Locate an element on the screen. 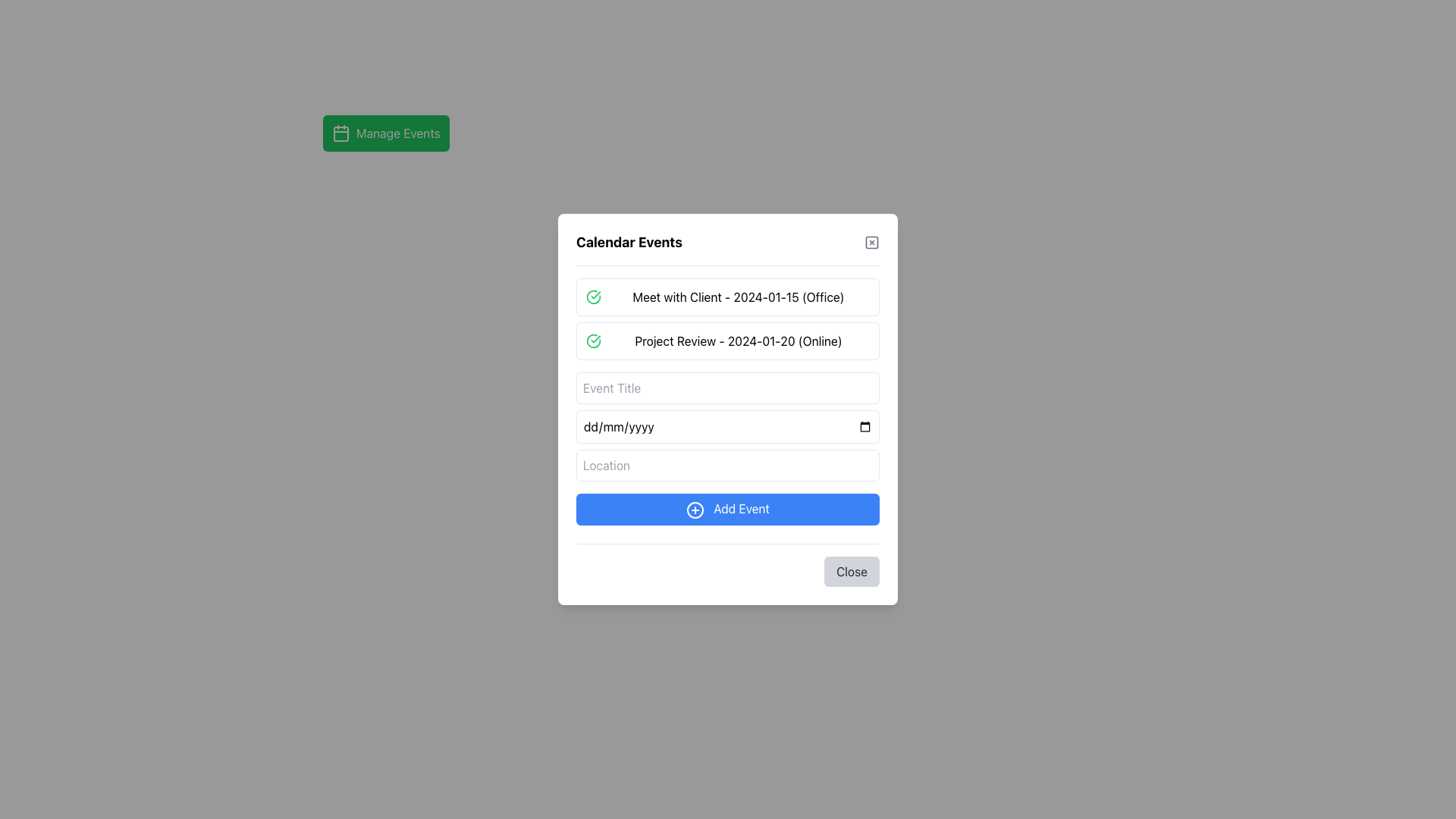  the first list item in the 'Calendar Events' modal dialog is located at coordinates (728, 297).